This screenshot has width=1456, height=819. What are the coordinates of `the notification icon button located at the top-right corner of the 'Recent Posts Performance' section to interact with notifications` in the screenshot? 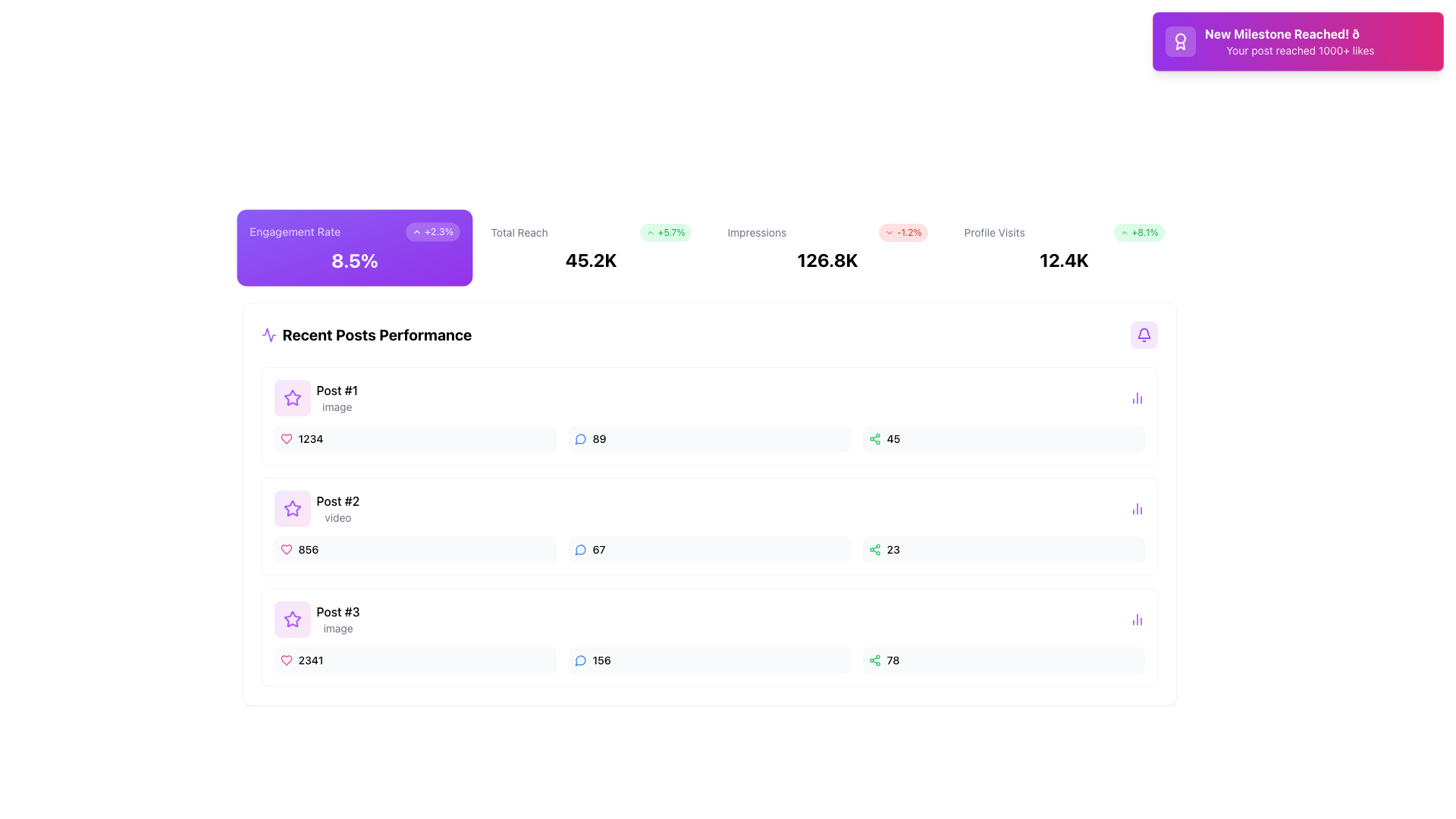 It's located at (1144, 334).